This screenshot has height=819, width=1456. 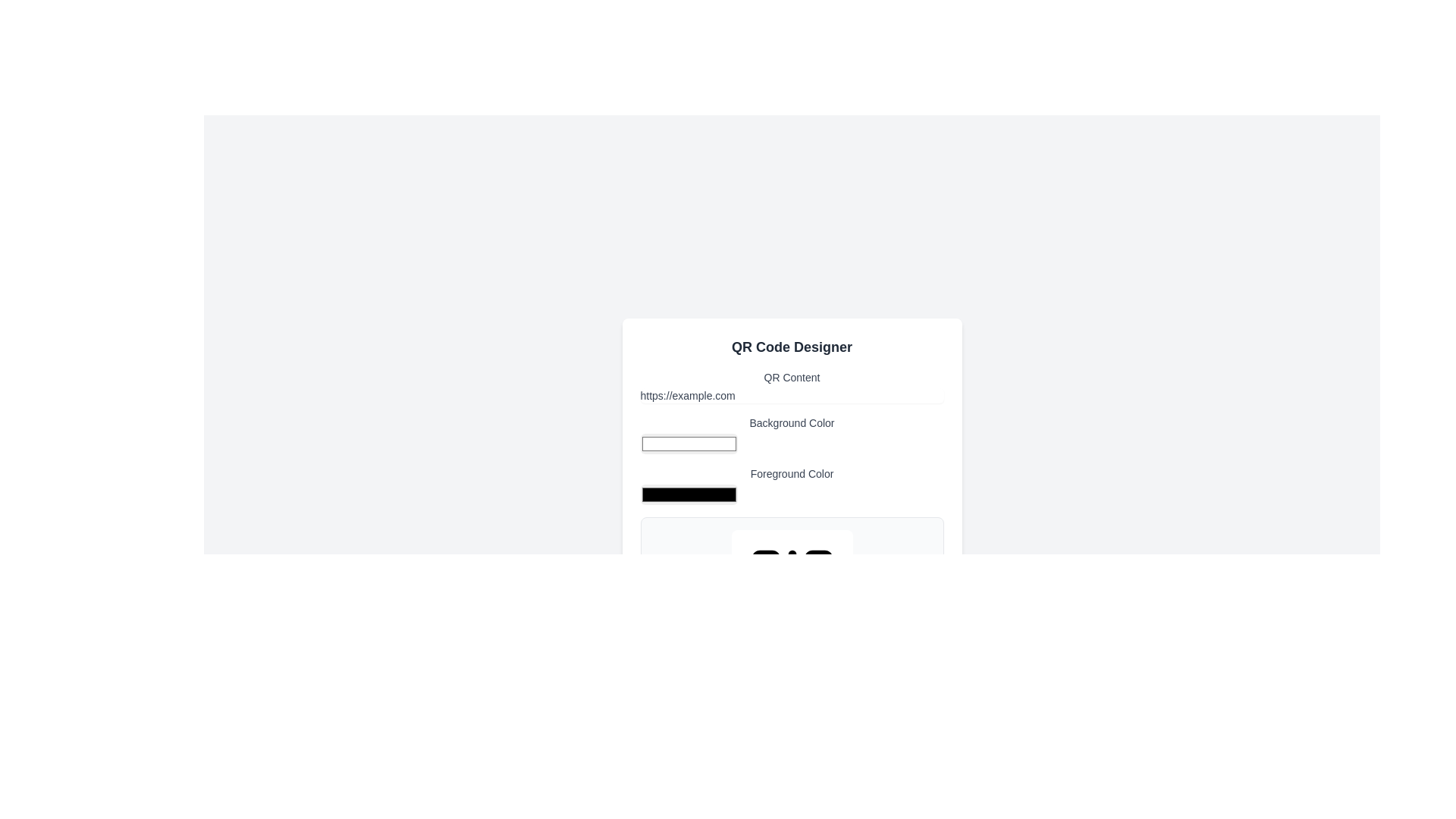 I want to click on the second small square with slightly rounded corners, styled in black, which is part of a QR code representation, so click(x=817, y=564).